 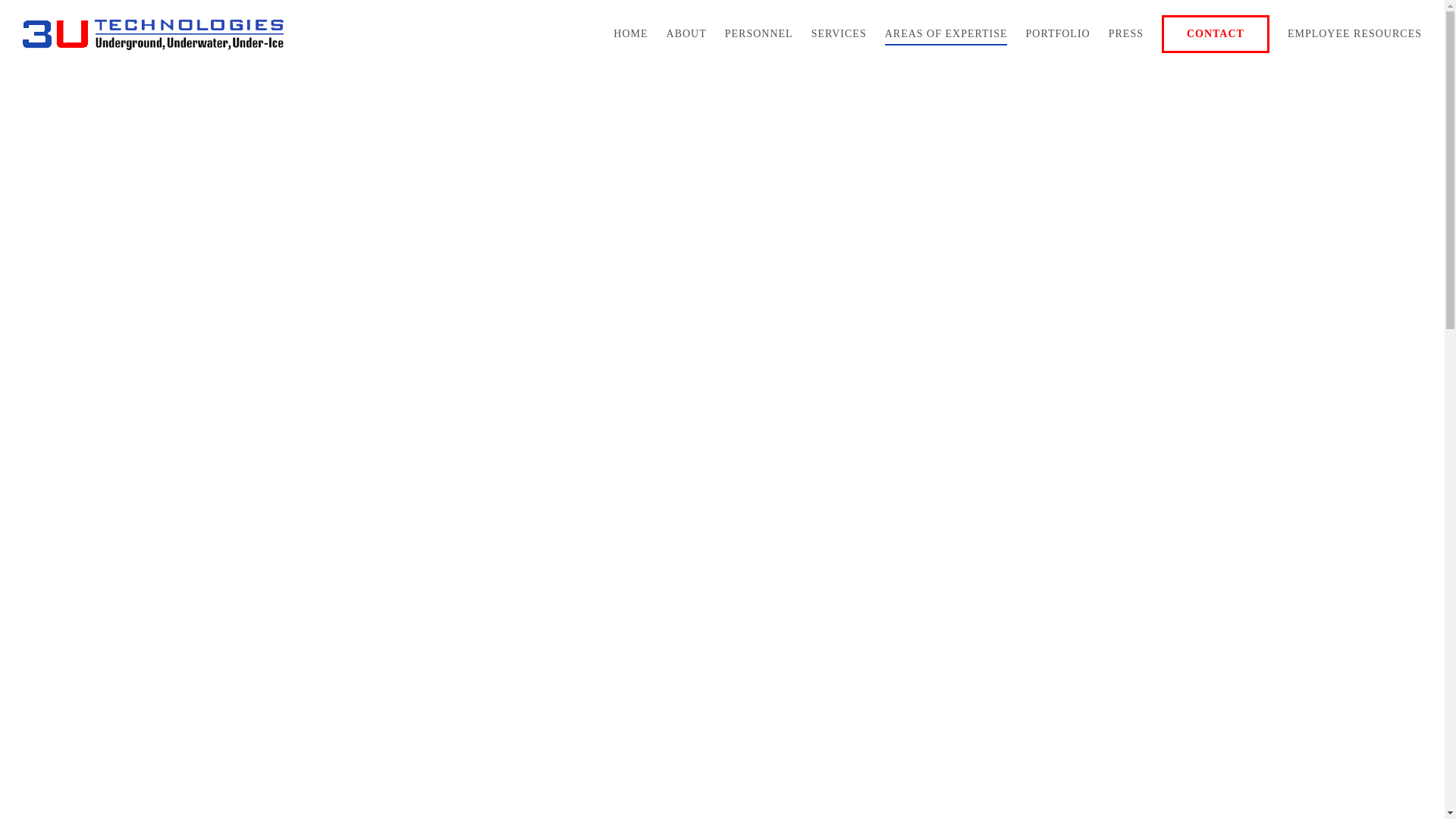 What do you see at coordinates (1354, 34) in the screenshot?
I see `'EMPLOYEE RESOURCES'` at bounding box center [1354, 34].